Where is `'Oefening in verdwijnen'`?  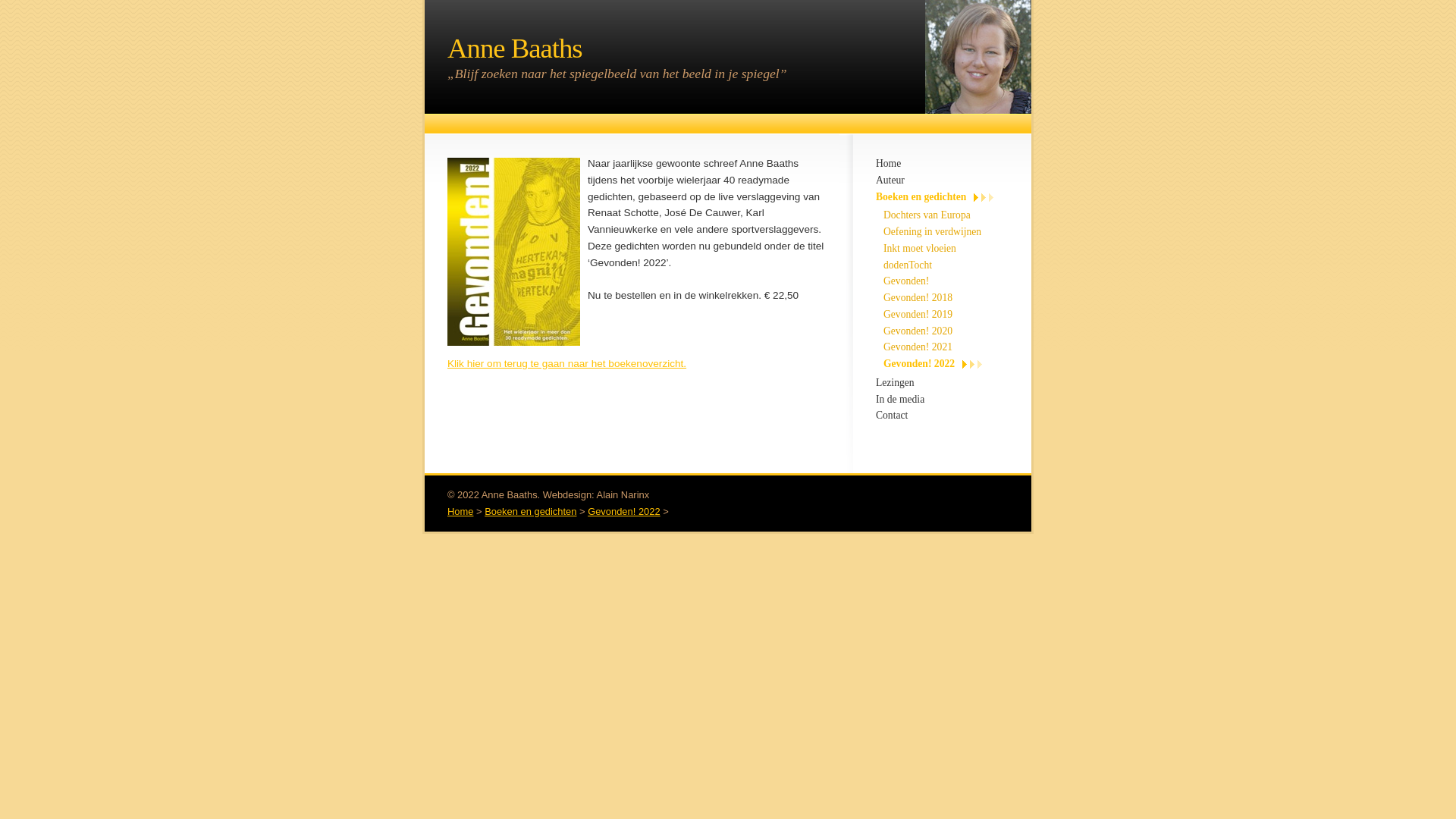 'Oefening in verdwijnen' is located at coordinates (883, 231).